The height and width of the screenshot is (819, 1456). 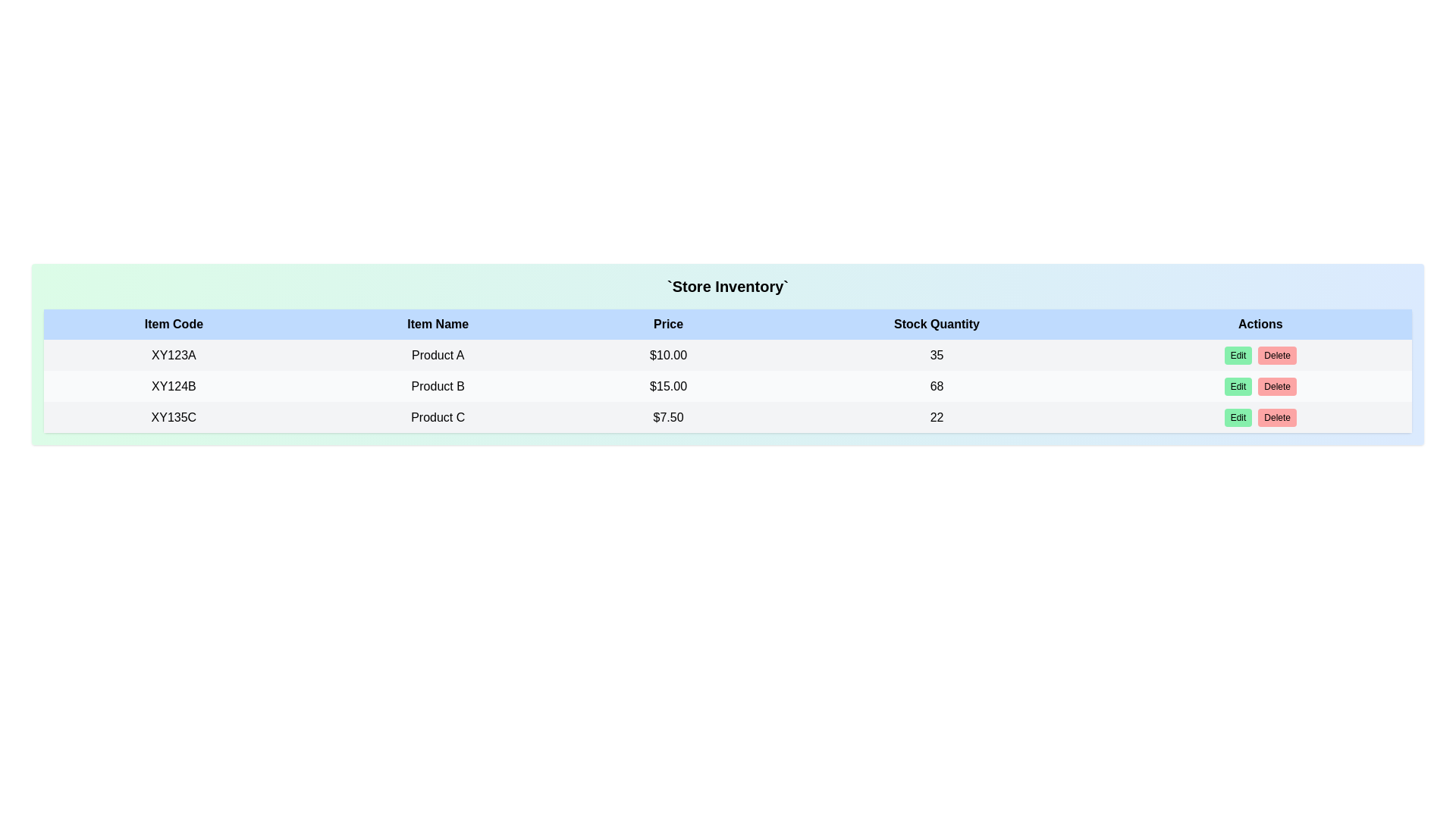 What do you see at coordinates (1260, 324) in the screenshot?
I see `the Table Header that indicates interactive actions for the last column of the table, located in the top-right corner of the header row` at bounding box center [1260, 324].